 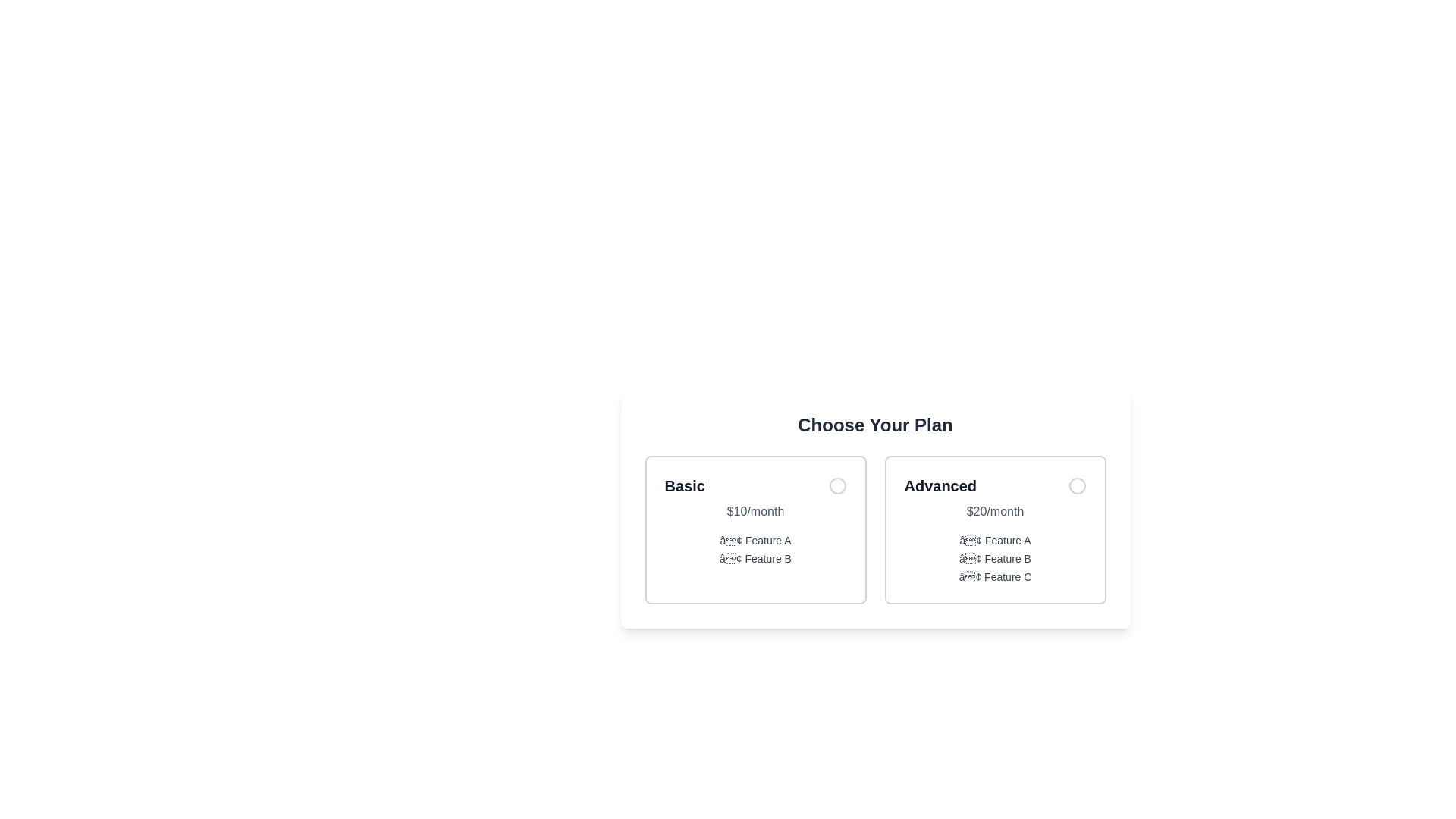 I want to click on the text label indicating the cost of the 'Basic' plan in the pricing interface, located within the leftmost plan card of the 'Choose Your Plan' section, so click(x=755, y=512).